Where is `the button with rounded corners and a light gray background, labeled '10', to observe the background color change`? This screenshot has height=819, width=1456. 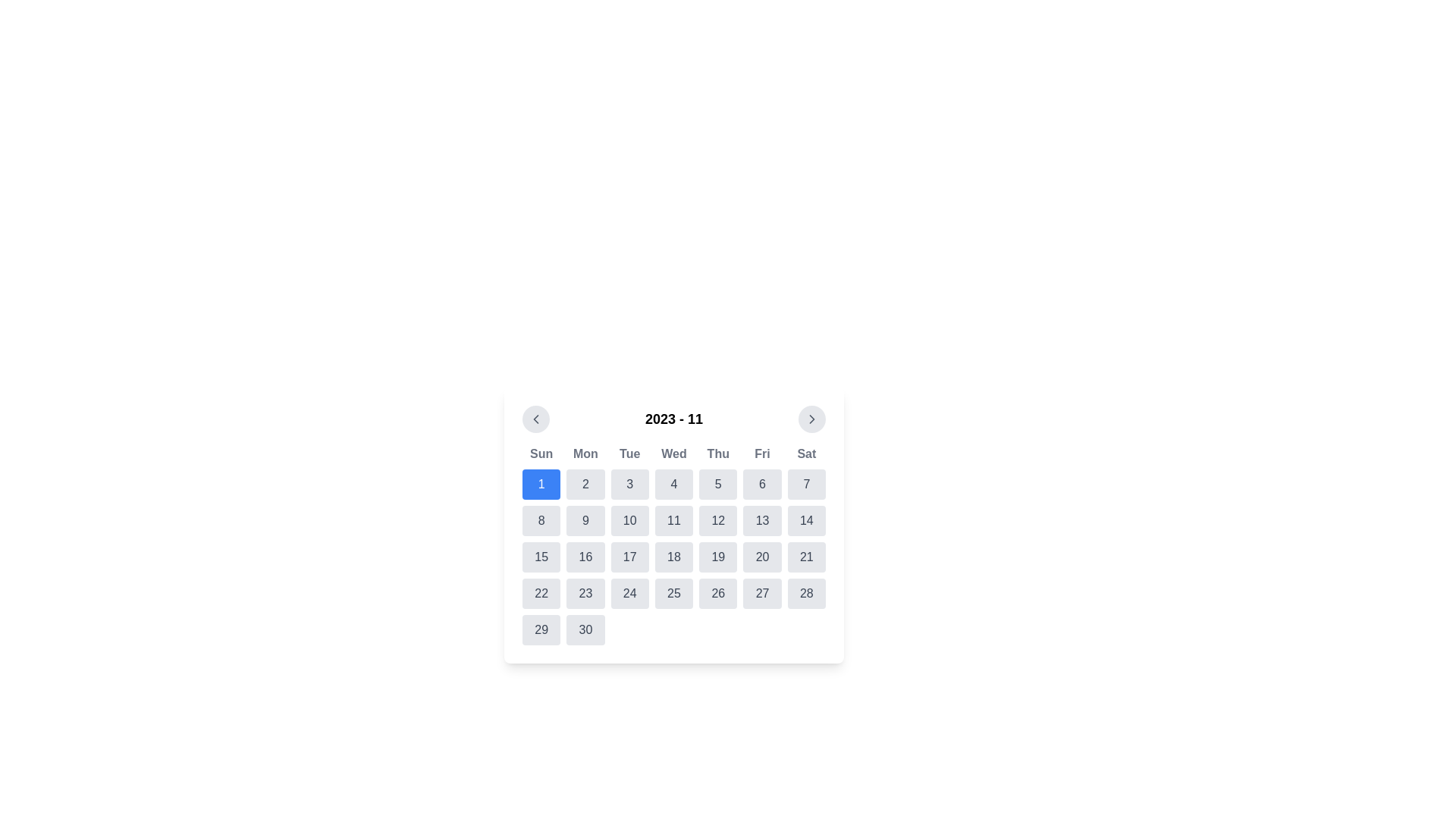
the button with rounded corners and a light gray background, labeled '10', to observe the background color change is located at coordinates (629, 519).